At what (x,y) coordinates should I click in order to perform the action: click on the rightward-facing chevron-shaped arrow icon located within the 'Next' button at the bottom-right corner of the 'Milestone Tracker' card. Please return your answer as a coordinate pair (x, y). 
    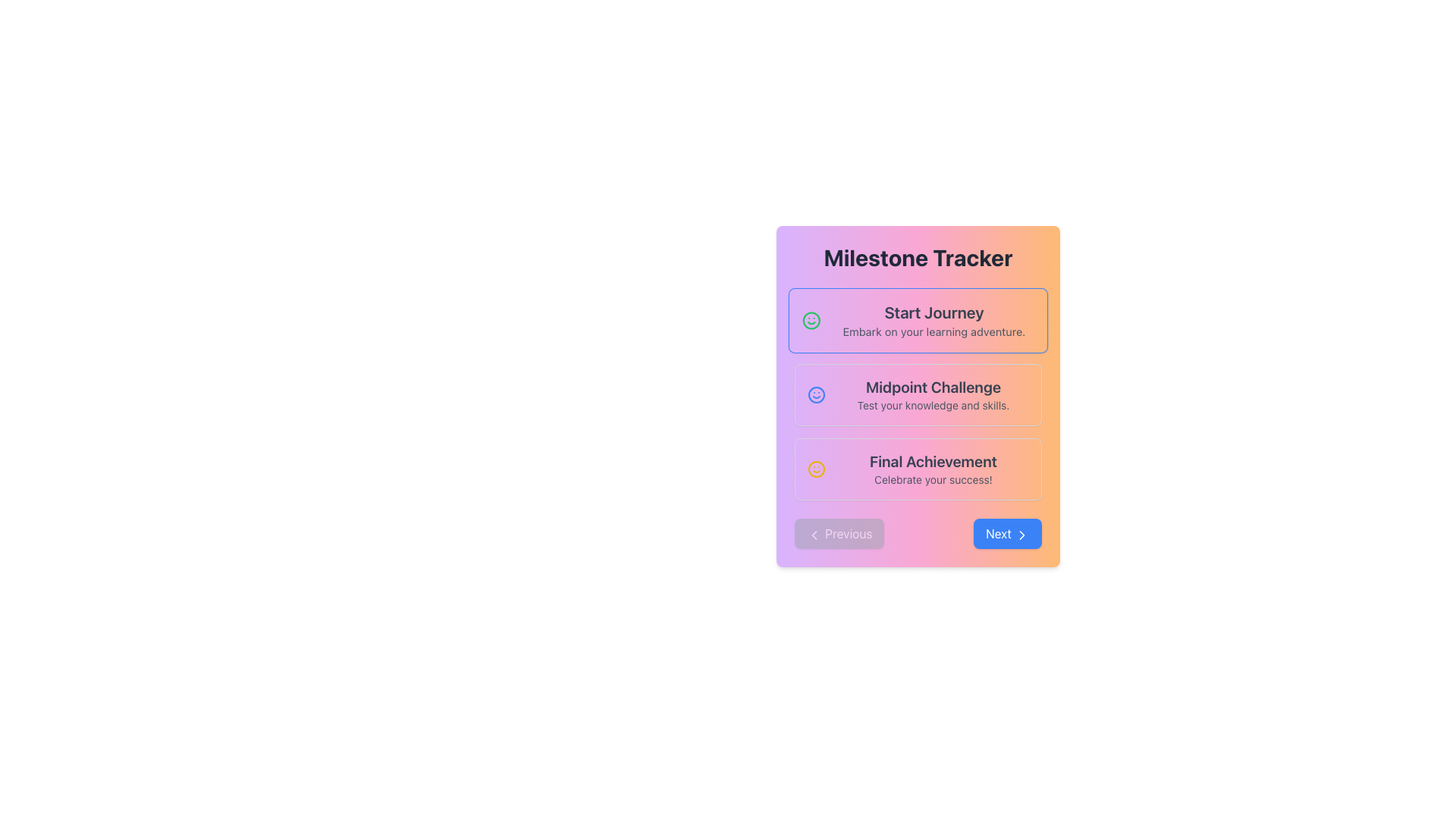
    Looking at the image, I should click on (1022, 534).